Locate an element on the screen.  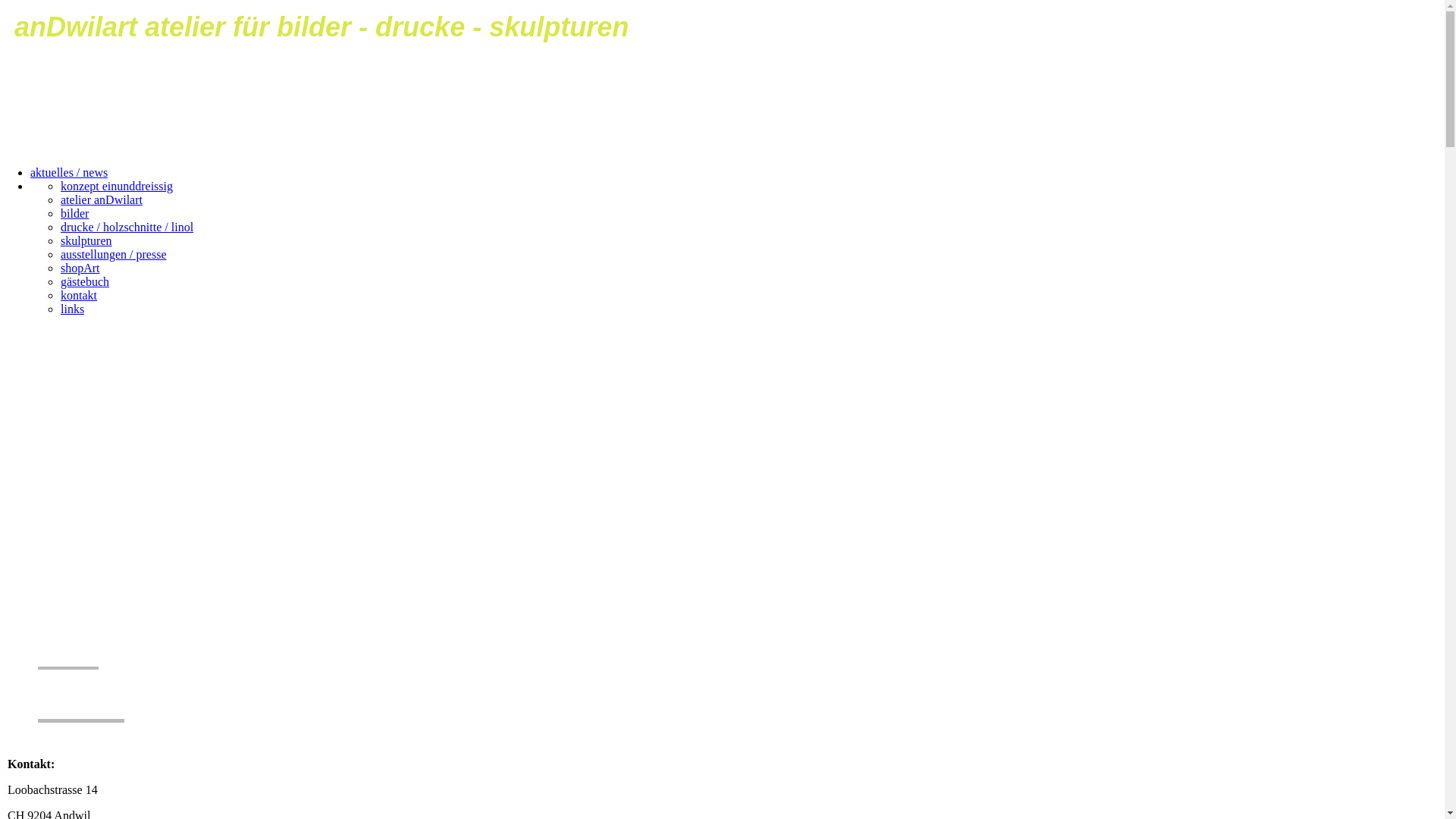
'atelier anDwilart' is located at coordinates (61, 199).